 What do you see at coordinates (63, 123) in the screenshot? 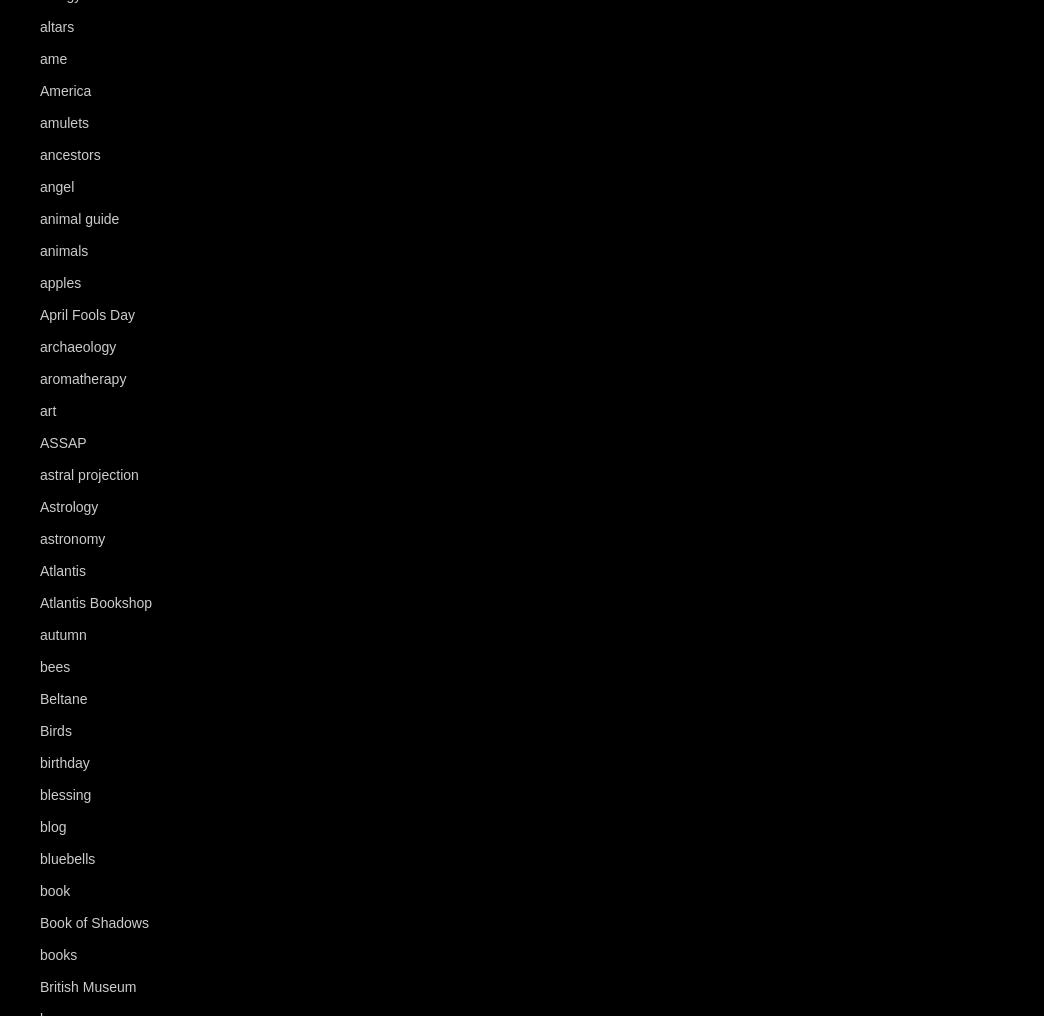
I see `'amulets'` at bounding box center [63, 123].